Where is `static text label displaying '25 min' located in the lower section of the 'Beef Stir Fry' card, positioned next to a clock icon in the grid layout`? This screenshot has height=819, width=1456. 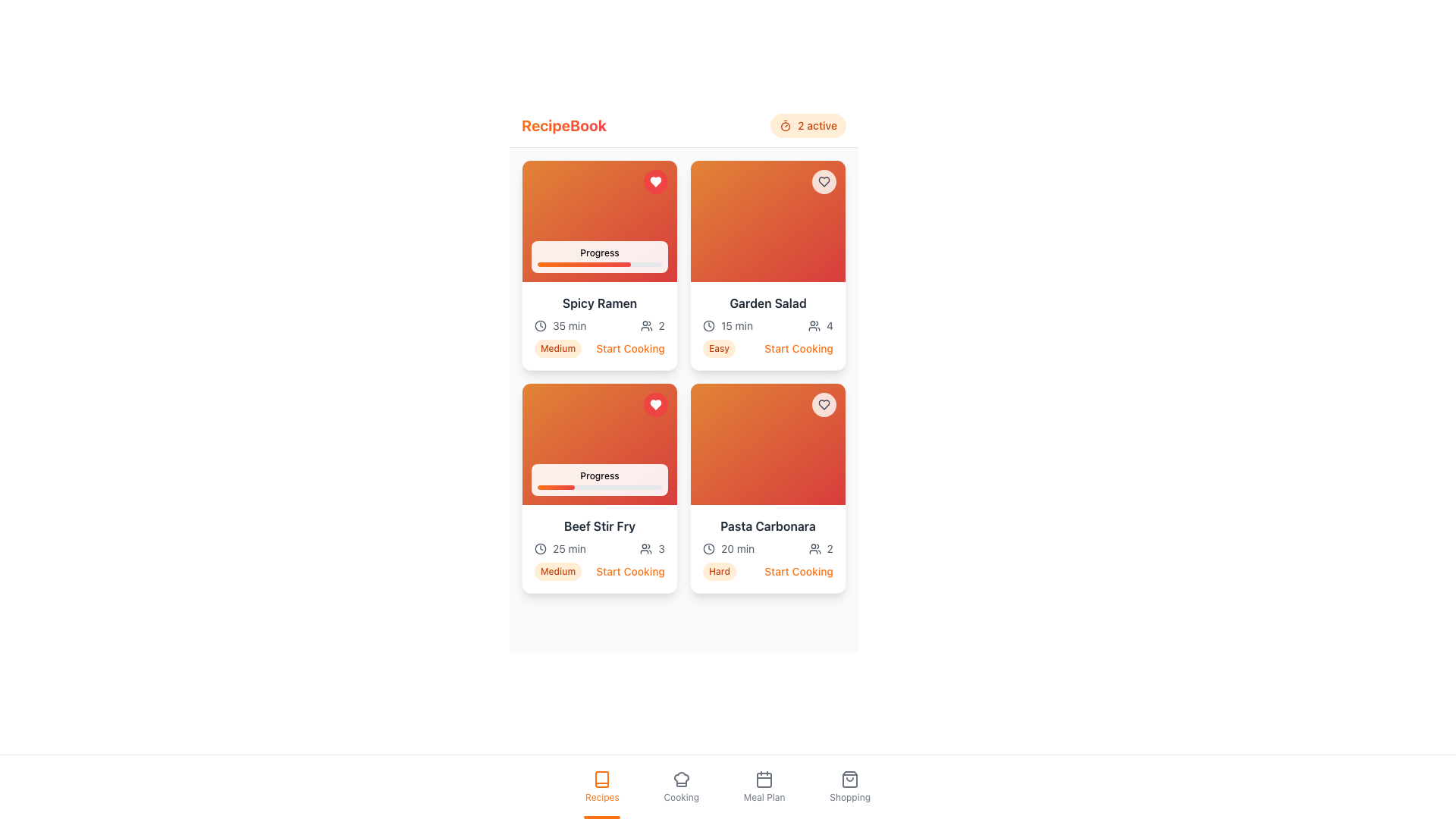
static text label displaying '25 min' located in the lower section of the 'Beef Stir Fry' card, positioned next to a clock icon in the grid layout is located at coordinates (568, 549).